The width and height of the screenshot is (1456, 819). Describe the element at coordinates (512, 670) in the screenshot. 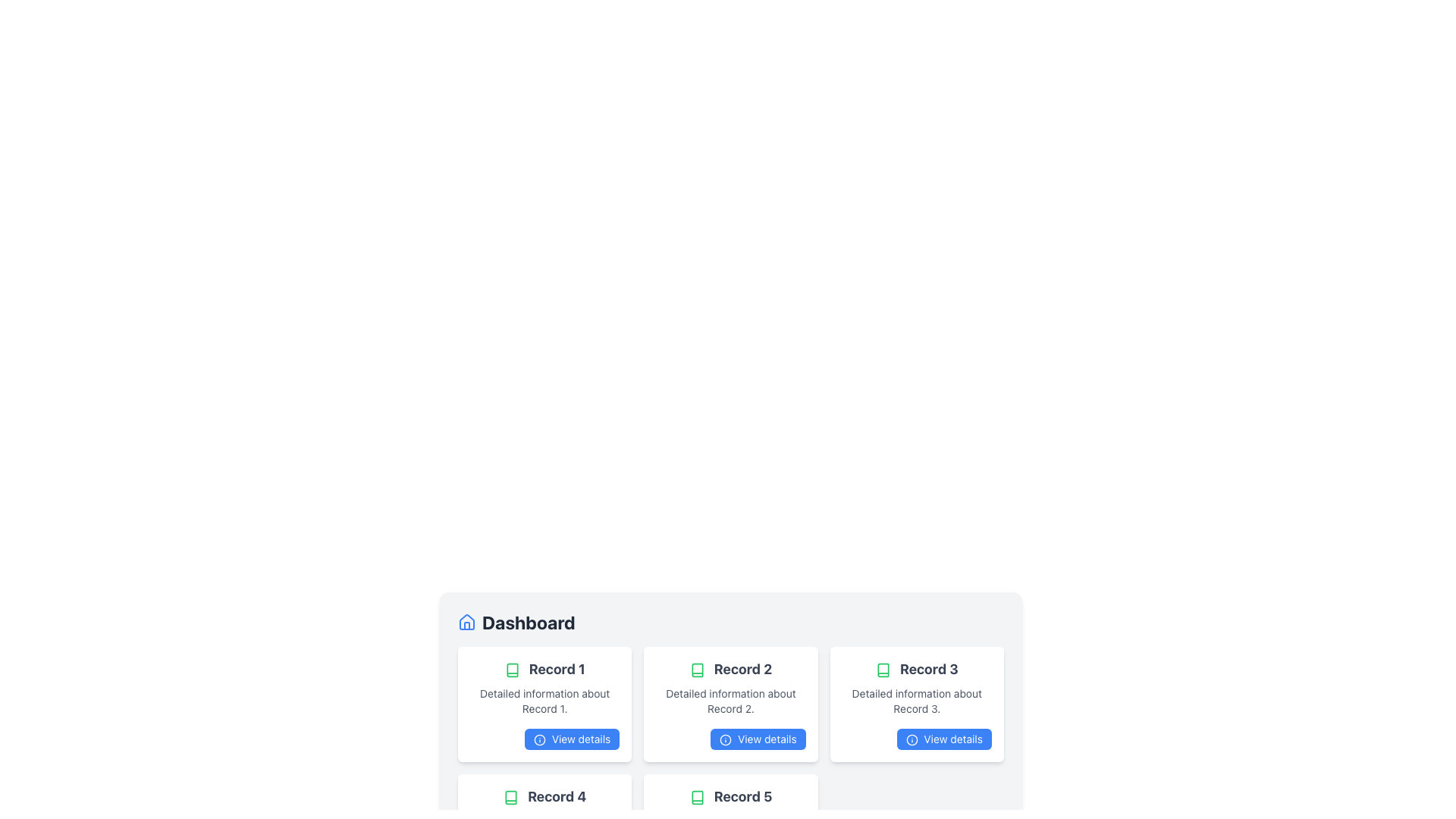

I see `the icon resembling an outline of a book, located in the first card titled 'Record 1', positioned towards the left edge above the title text` at that location.